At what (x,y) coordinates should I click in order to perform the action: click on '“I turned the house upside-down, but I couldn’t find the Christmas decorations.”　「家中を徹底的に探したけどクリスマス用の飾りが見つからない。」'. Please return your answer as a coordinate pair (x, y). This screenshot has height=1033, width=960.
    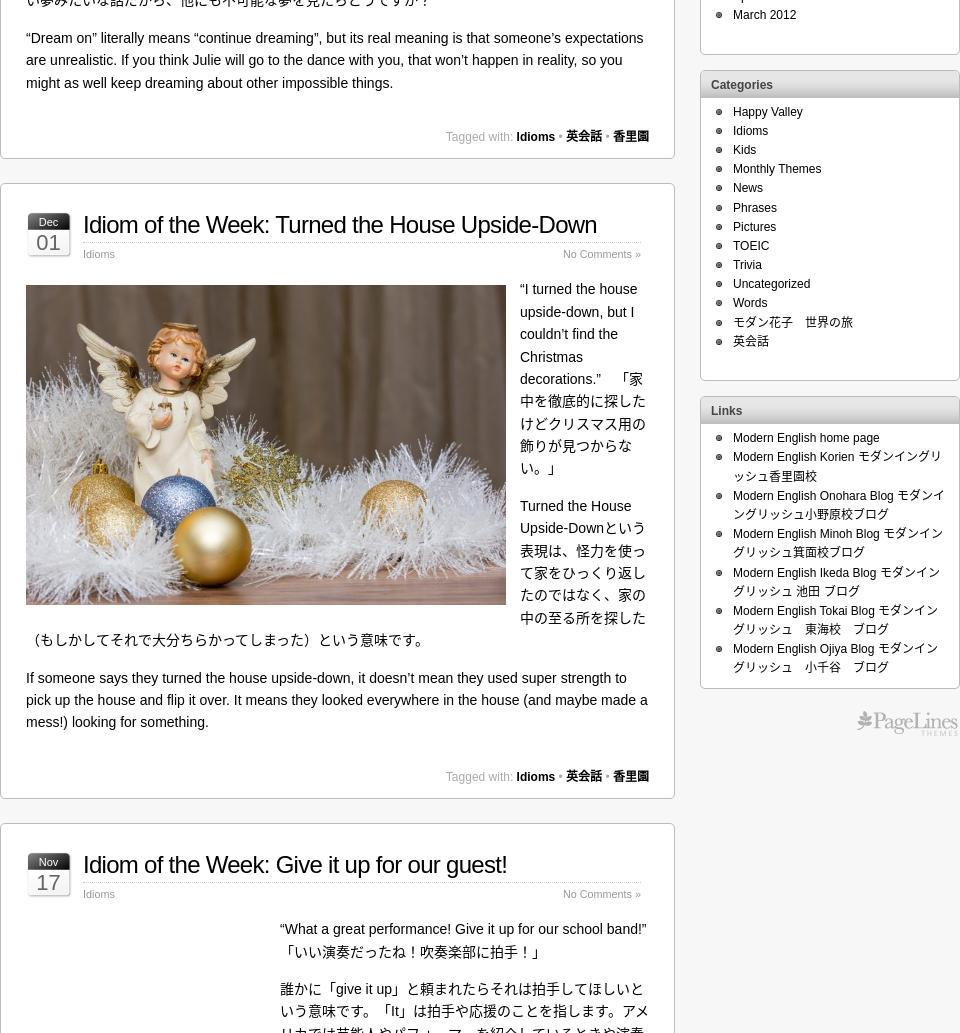
    Looking at the image, I should click on (583, 378).